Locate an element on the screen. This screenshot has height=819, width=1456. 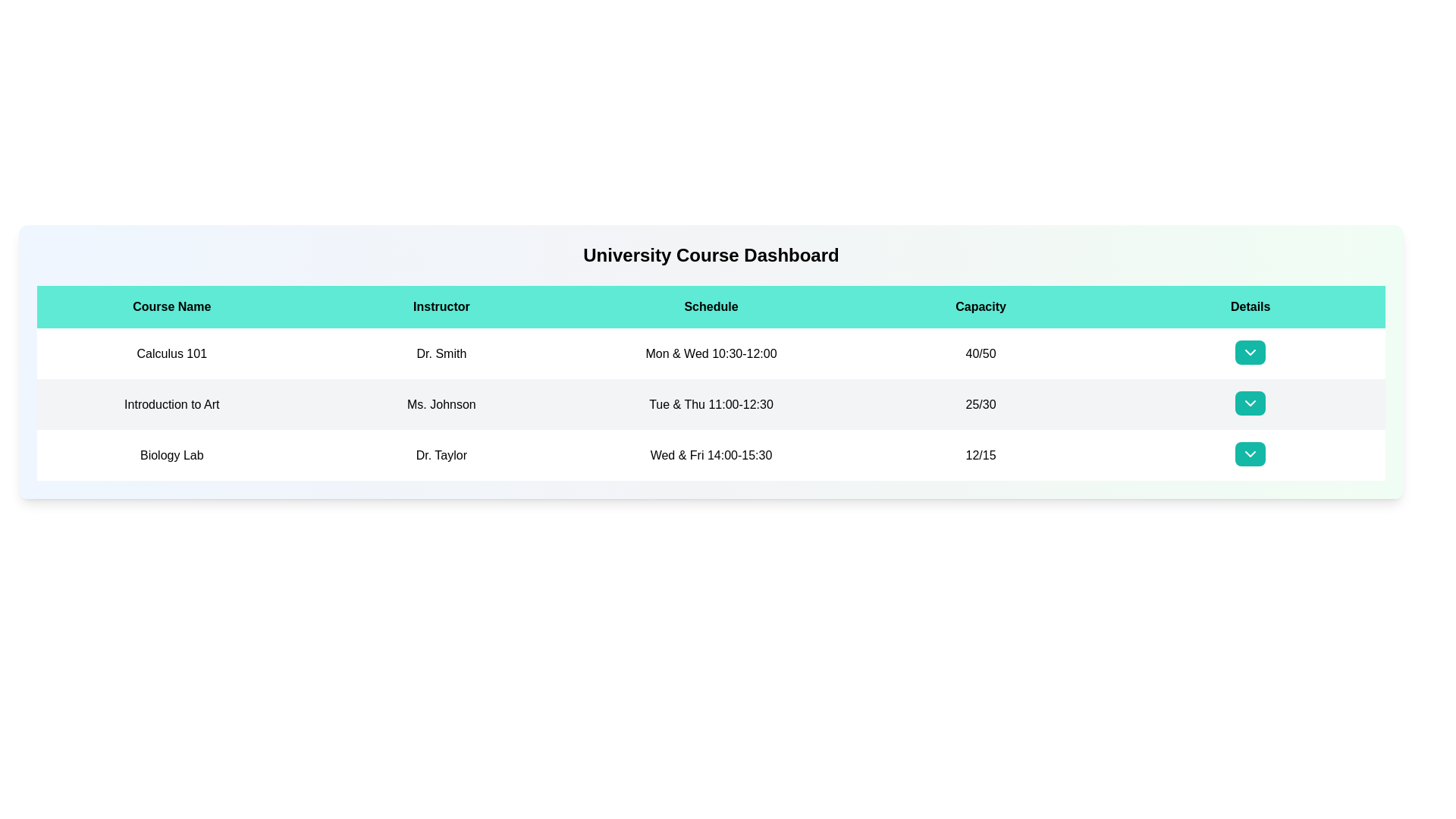
the 'Introduction to Art' text element, which displays the title of the course and is located in the second row of the table under the 'Course Name' column is located at coordinates (171, 403).